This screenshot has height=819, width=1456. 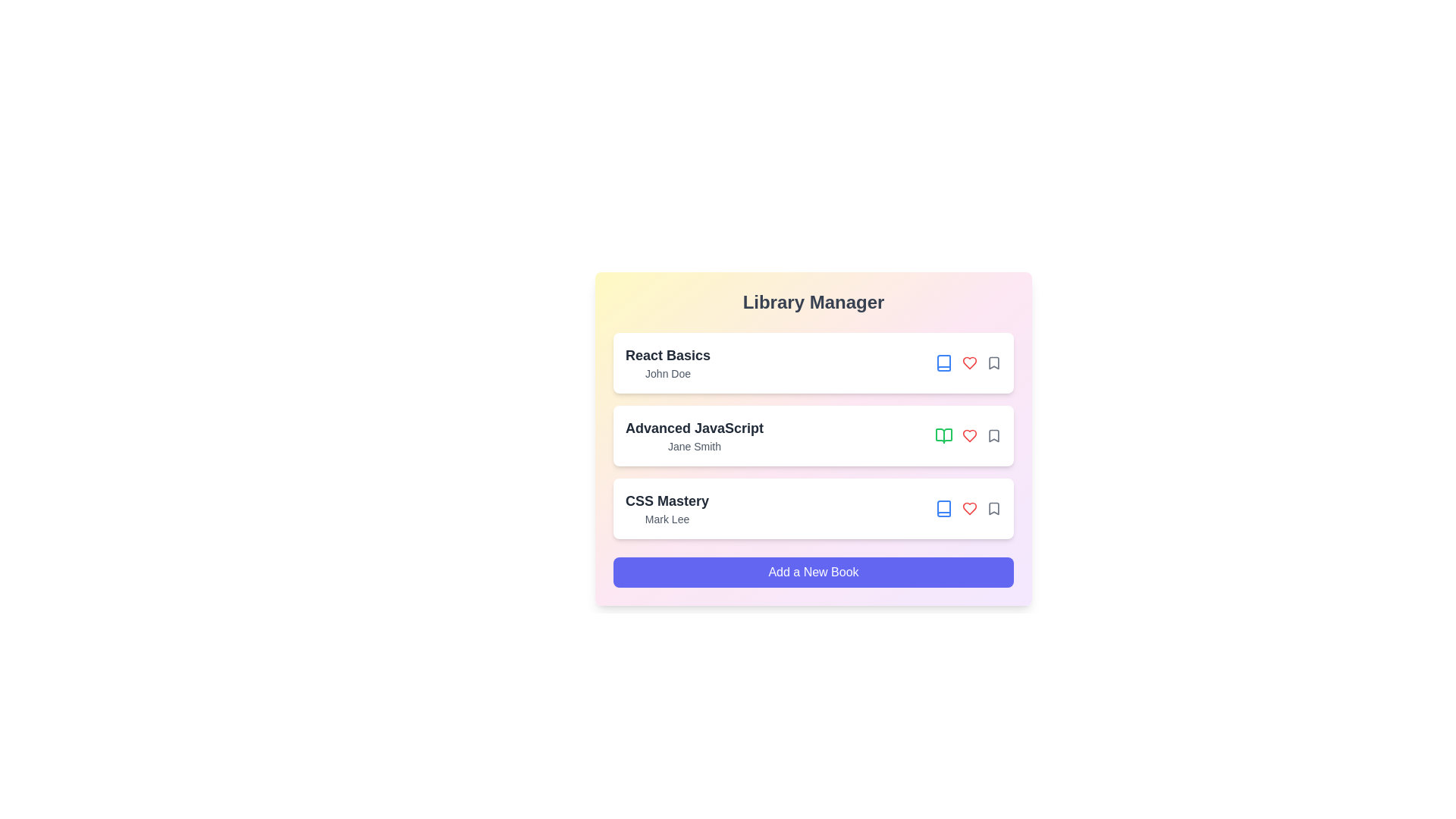 I want to click on the bookmark icon for the book titled 'Advanced JavaScript', so click(x=993, y=435).